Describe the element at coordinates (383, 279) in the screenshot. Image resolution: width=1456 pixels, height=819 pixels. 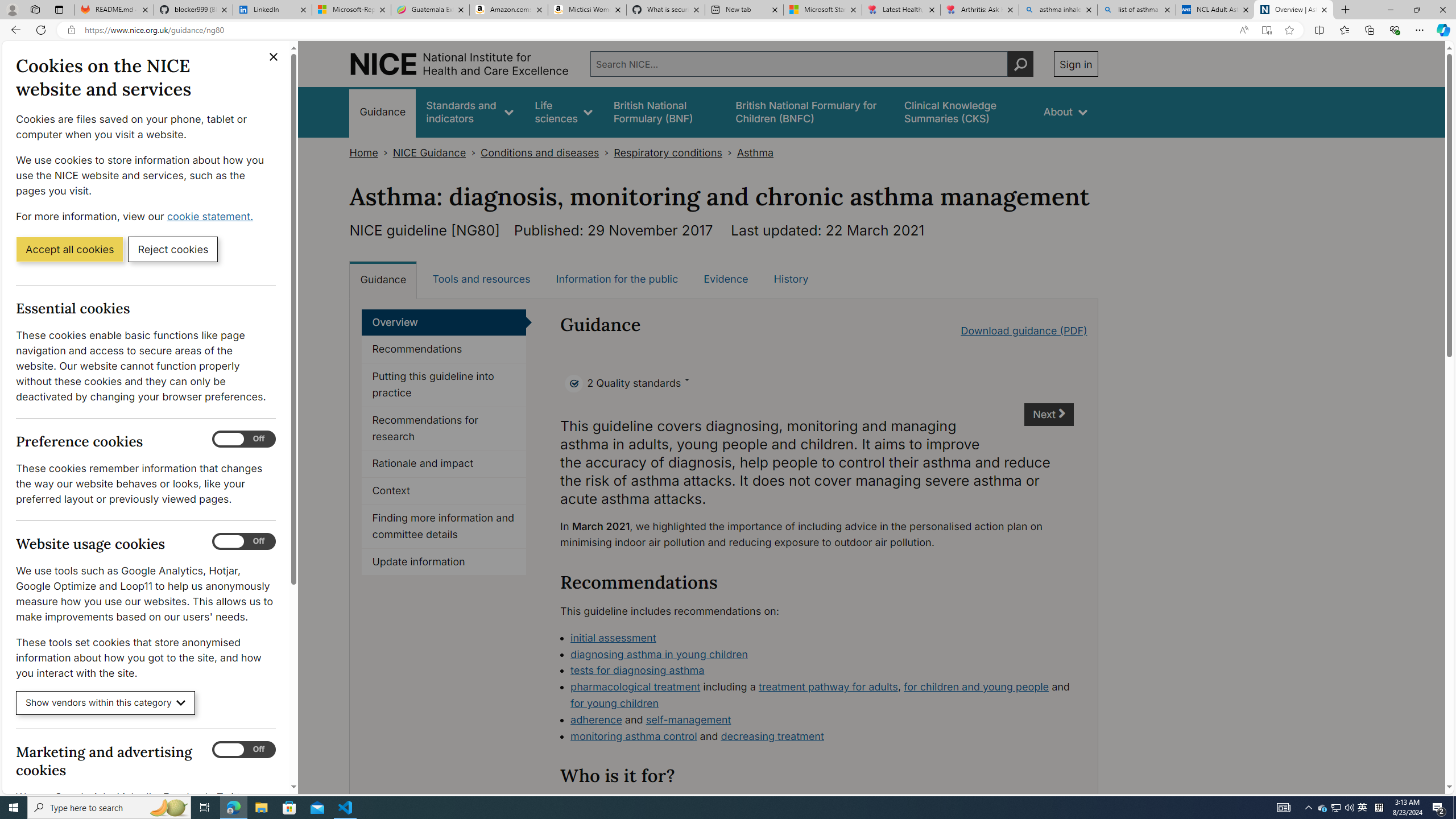
I see `'Guidance'` at that location.